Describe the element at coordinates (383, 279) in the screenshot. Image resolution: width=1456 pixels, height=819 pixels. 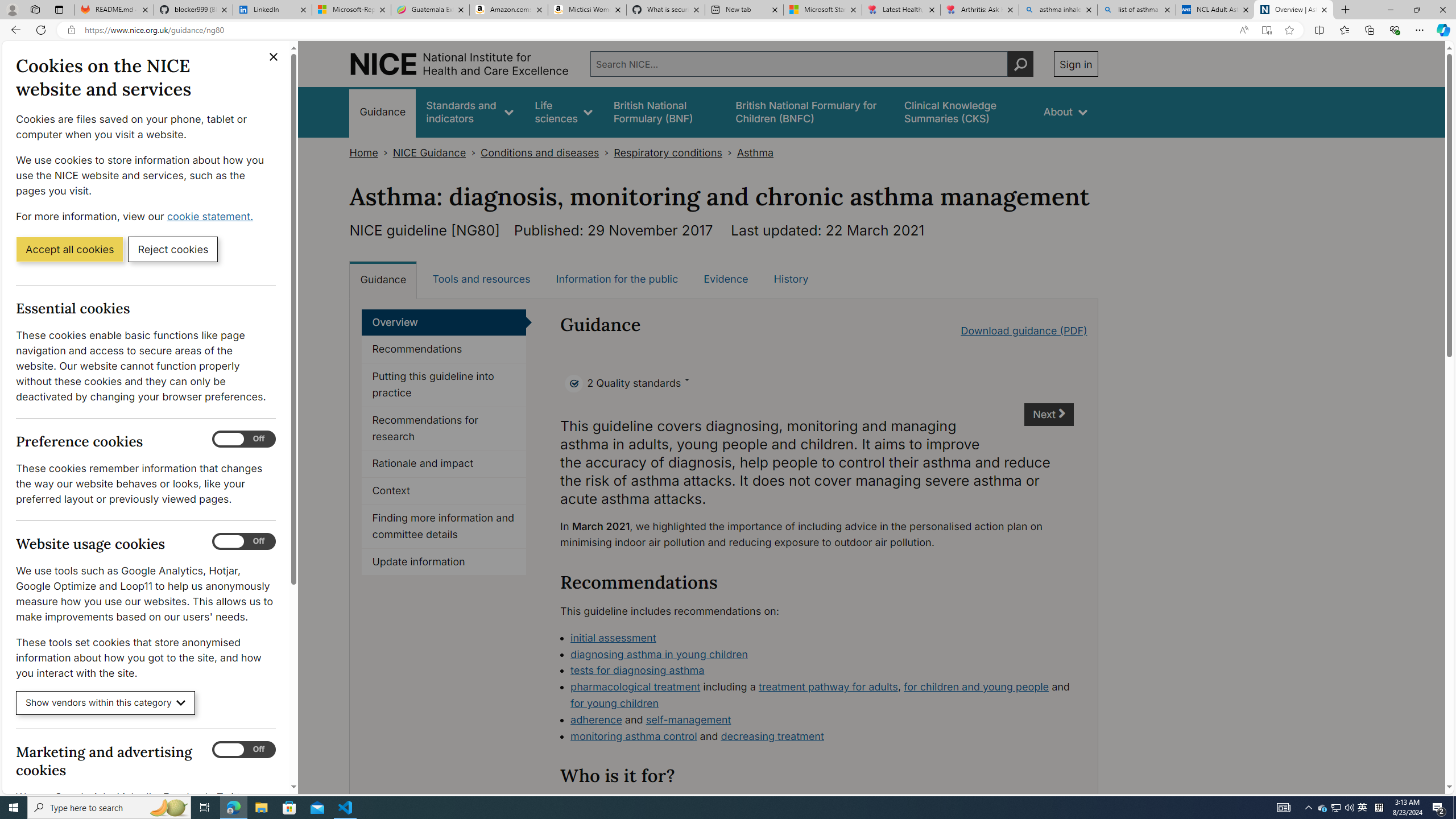
I see `'Guidance'` at that location.